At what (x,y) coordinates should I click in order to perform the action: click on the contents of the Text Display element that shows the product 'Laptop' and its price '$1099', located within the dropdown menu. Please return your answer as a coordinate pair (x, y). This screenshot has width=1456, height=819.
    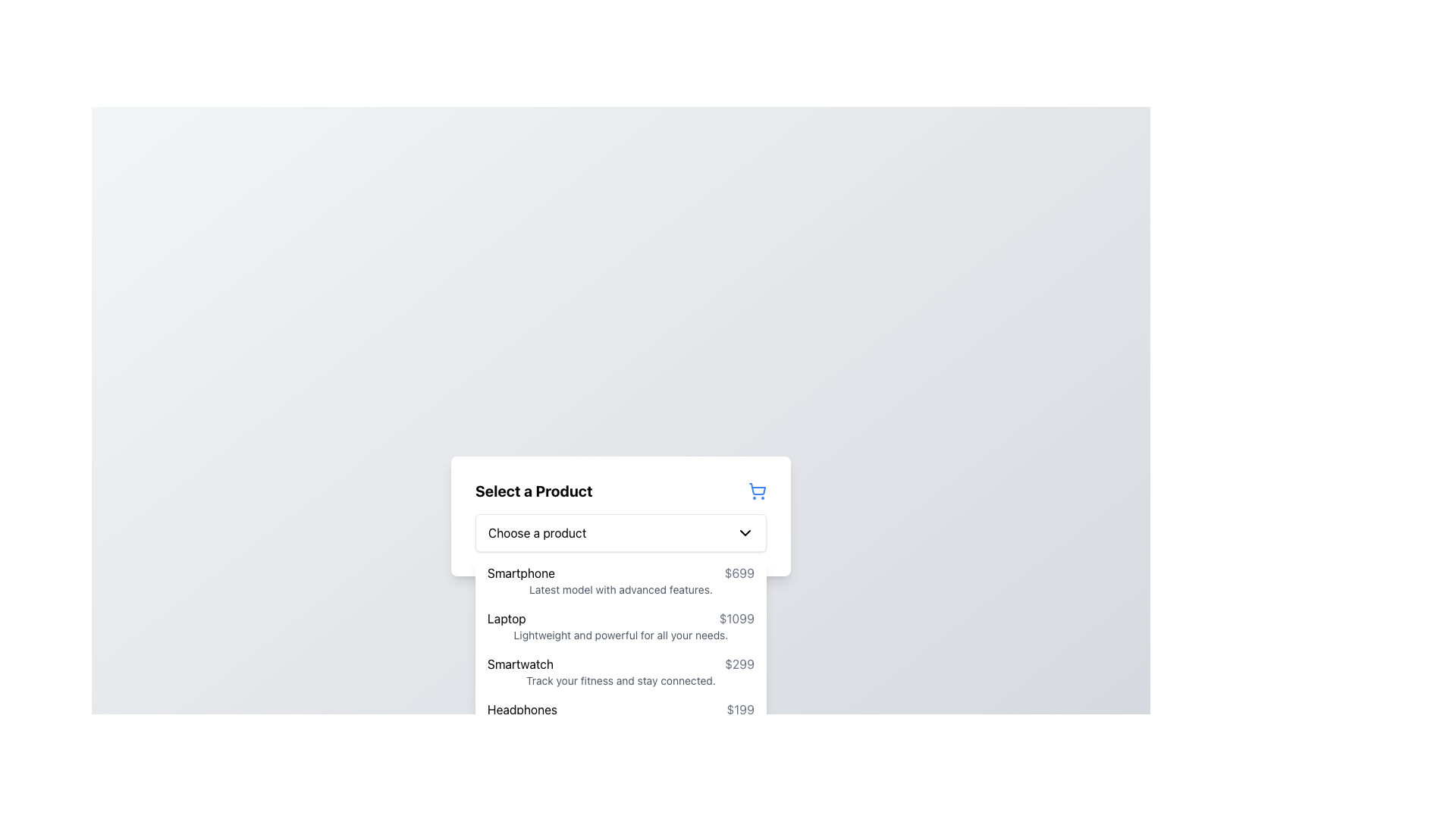
    Looking at the image, I should click on (621, 619).